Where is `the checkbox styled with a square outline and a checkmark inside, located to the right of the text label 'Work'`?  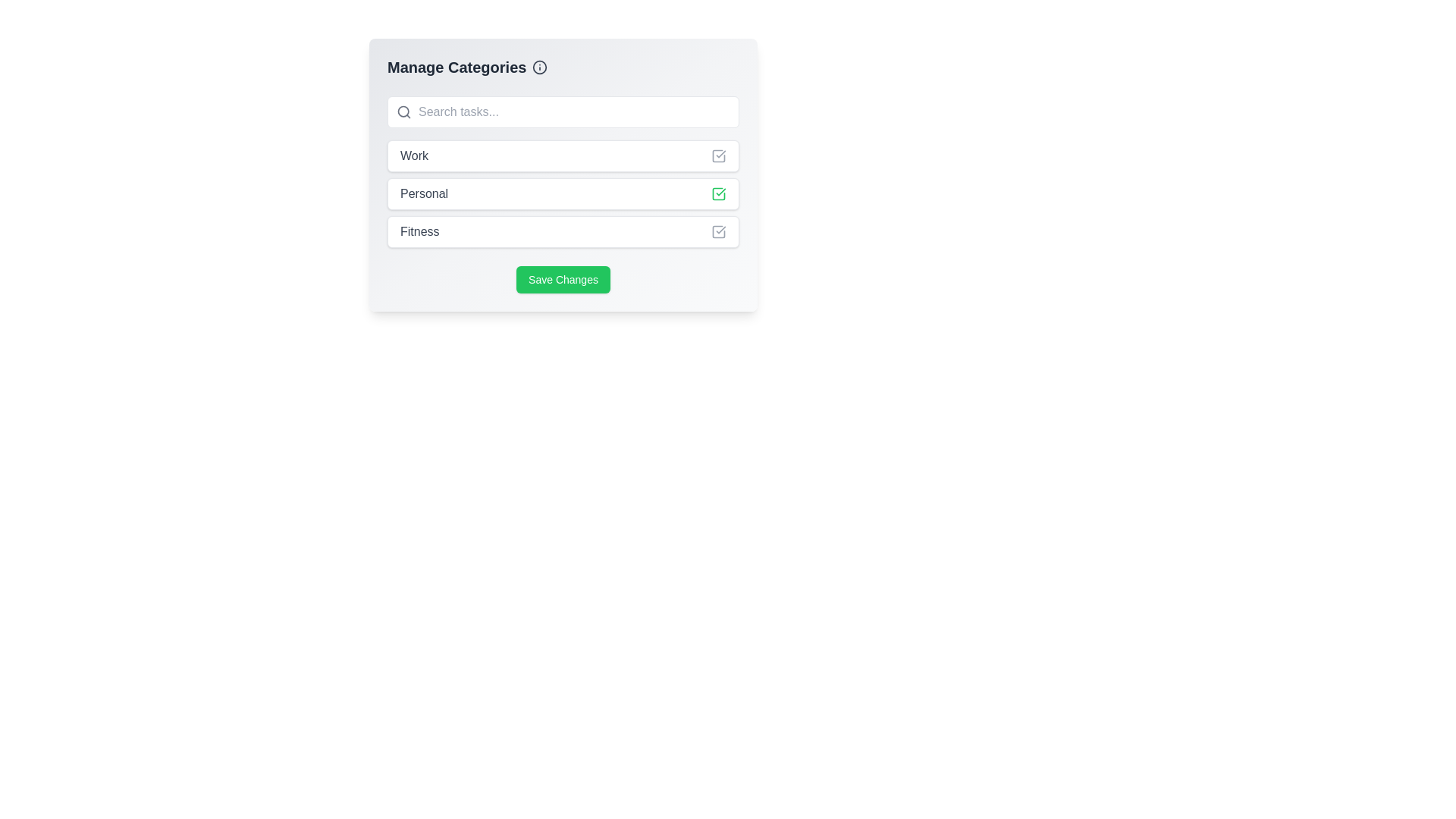 the checkbox styled with a square outline and a checkmark inside, located to the right of the text label 'Work' is located at coordinates (718, 155).